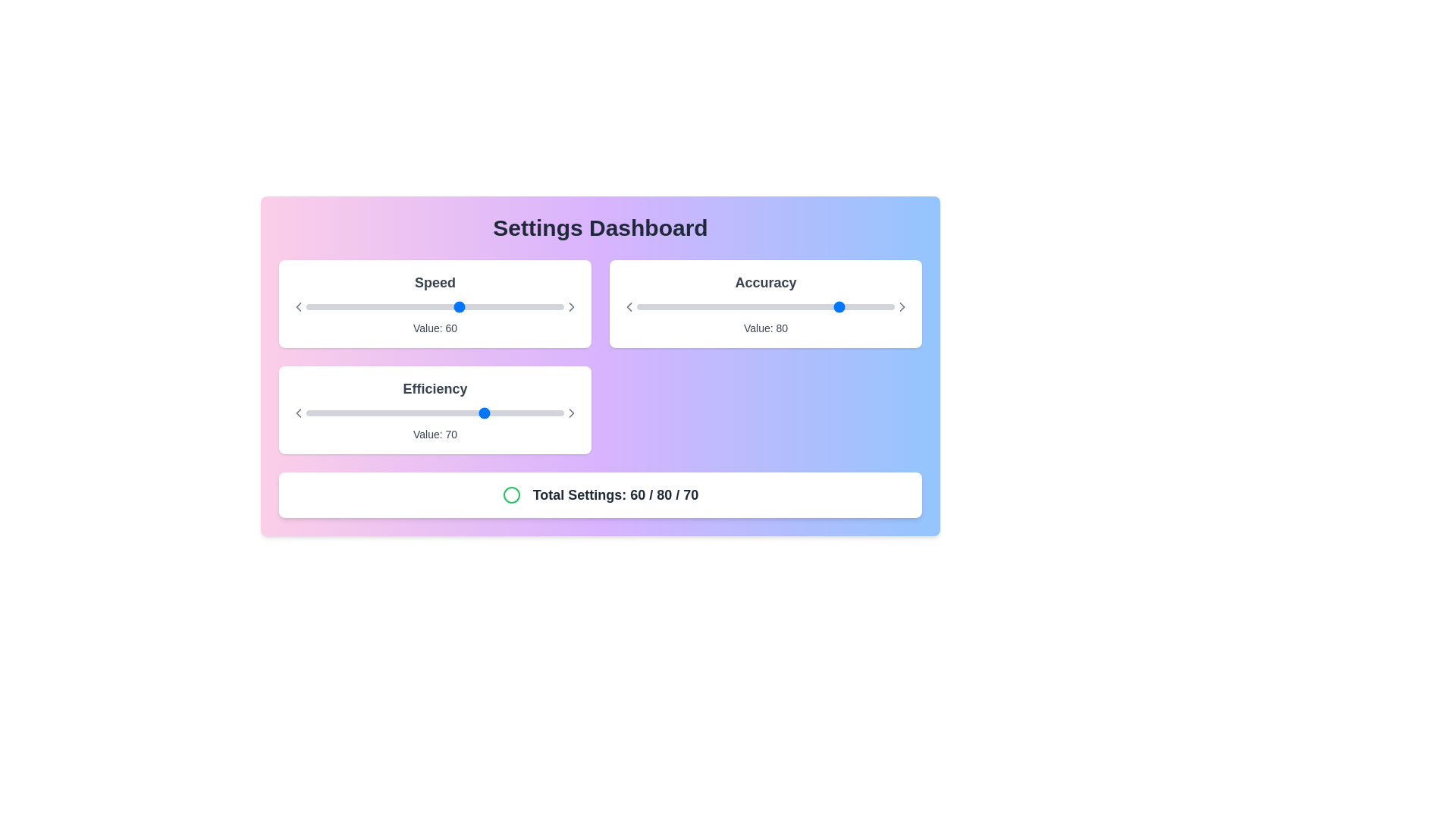 This screenshot has height=819, width=1456. Describe the element at coordinates (779, 307) in the screenshot. I see `accuracy slider` at that location.